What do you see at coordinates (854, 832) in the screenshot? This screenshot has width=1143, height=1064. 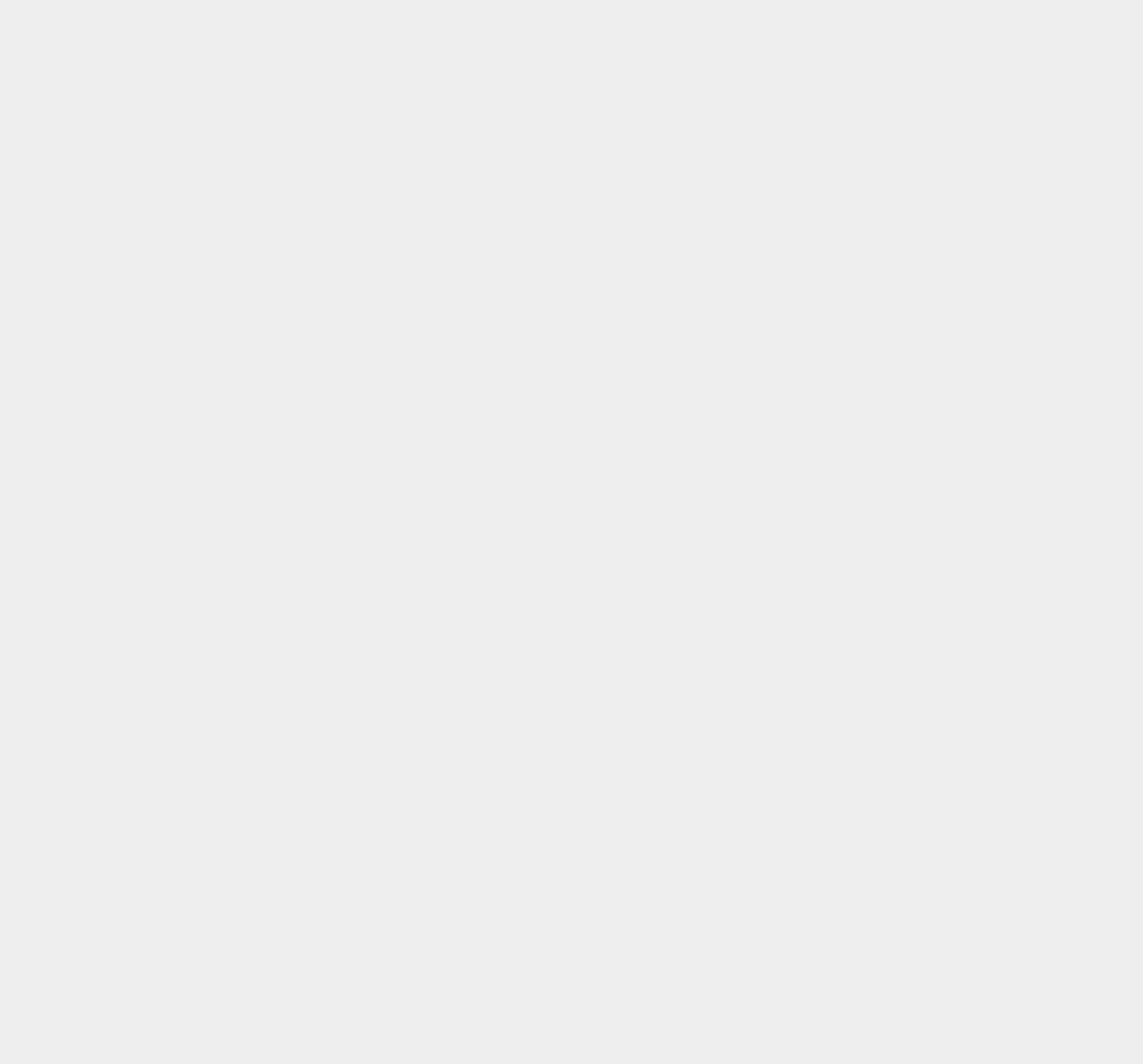 I see `'BlackBerry App'` at bounding box center [854, 832].